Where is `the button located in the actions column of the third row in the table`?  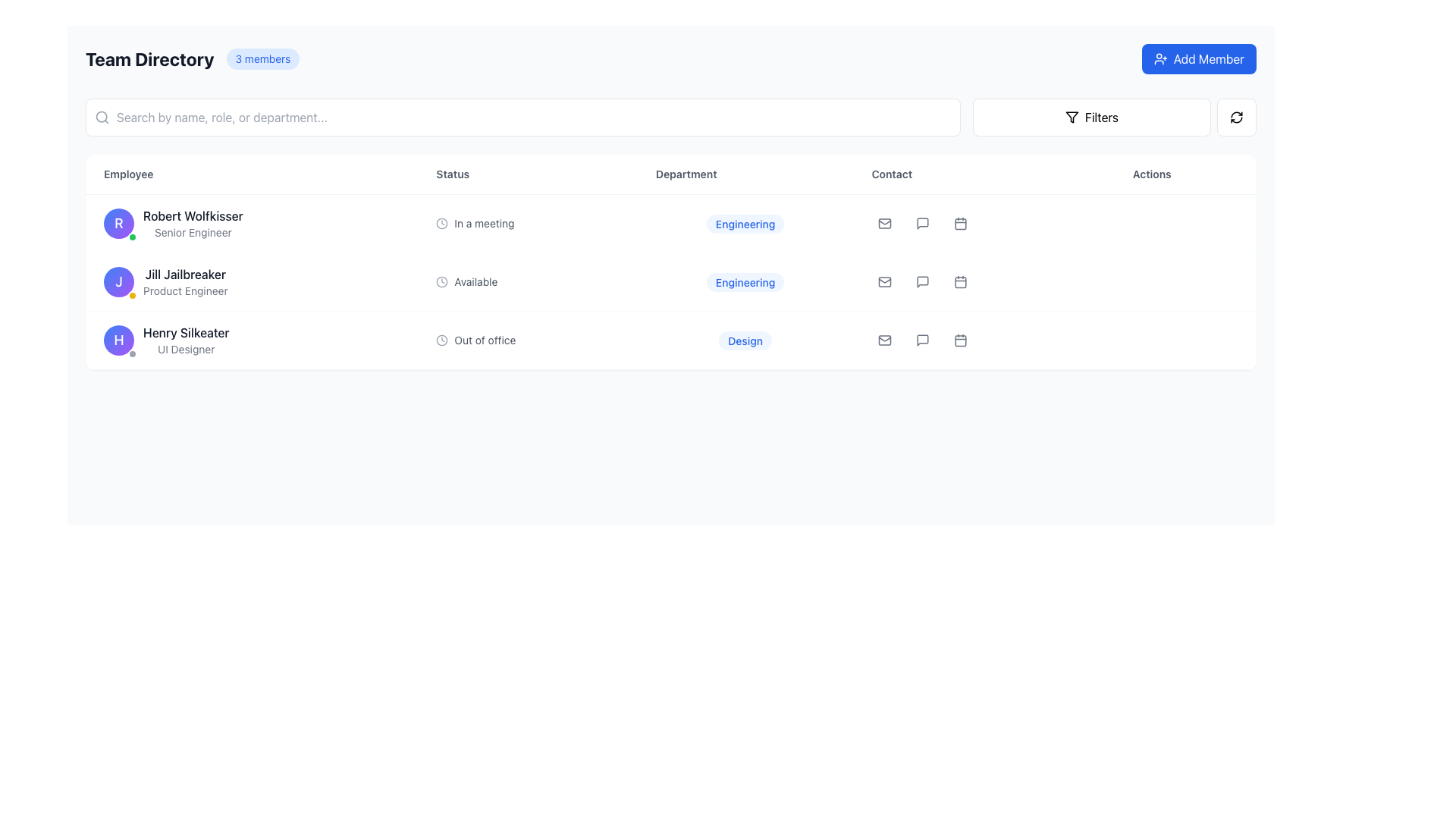 the button located in the actions column of the third row in the table is located at coordinates (1185, 223).